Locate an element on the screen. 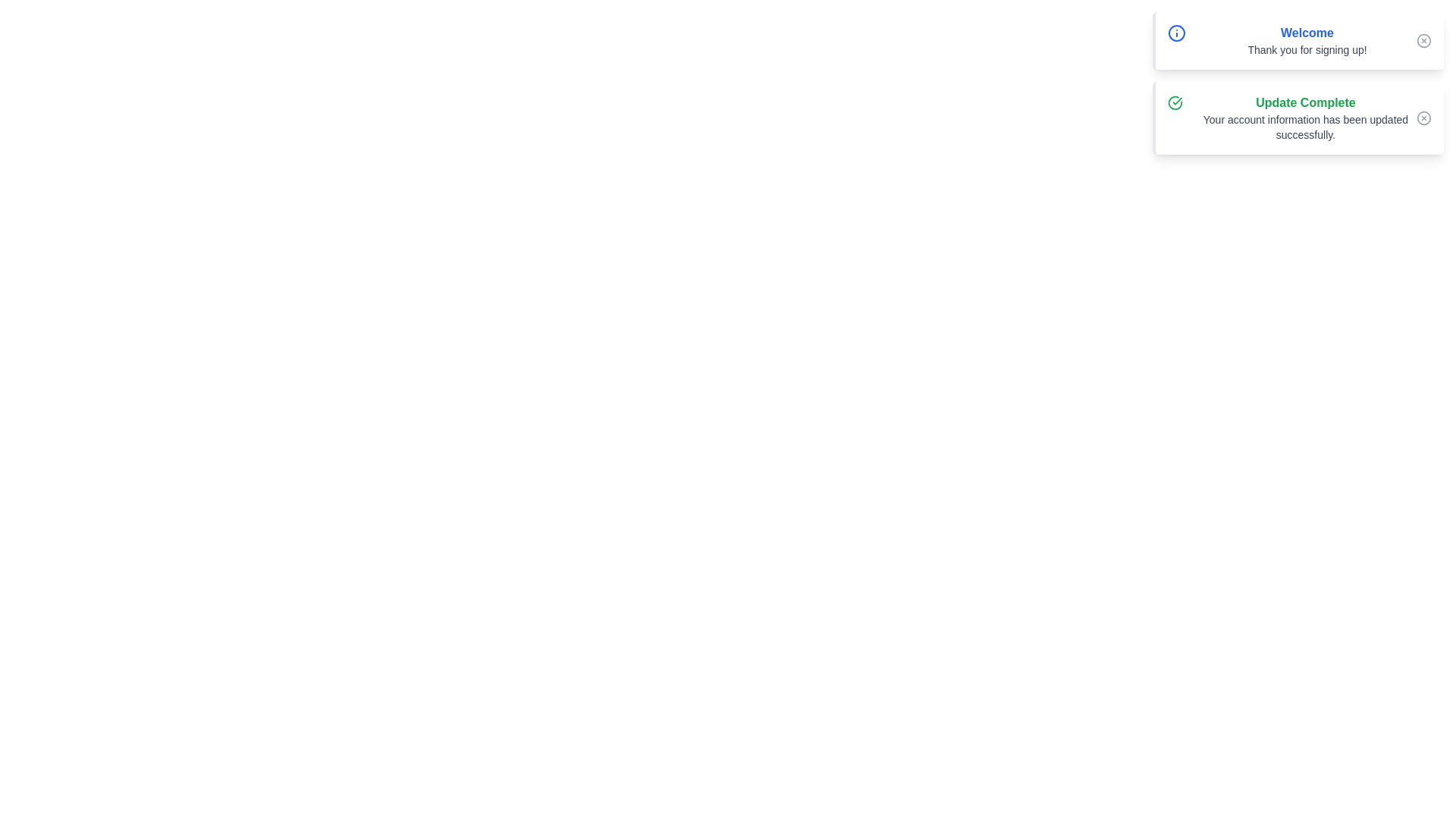  displayed confirmation message in the Notification text located beneath the 'Update Complete' heading in the notification box is located at coordinates (1304, 127).